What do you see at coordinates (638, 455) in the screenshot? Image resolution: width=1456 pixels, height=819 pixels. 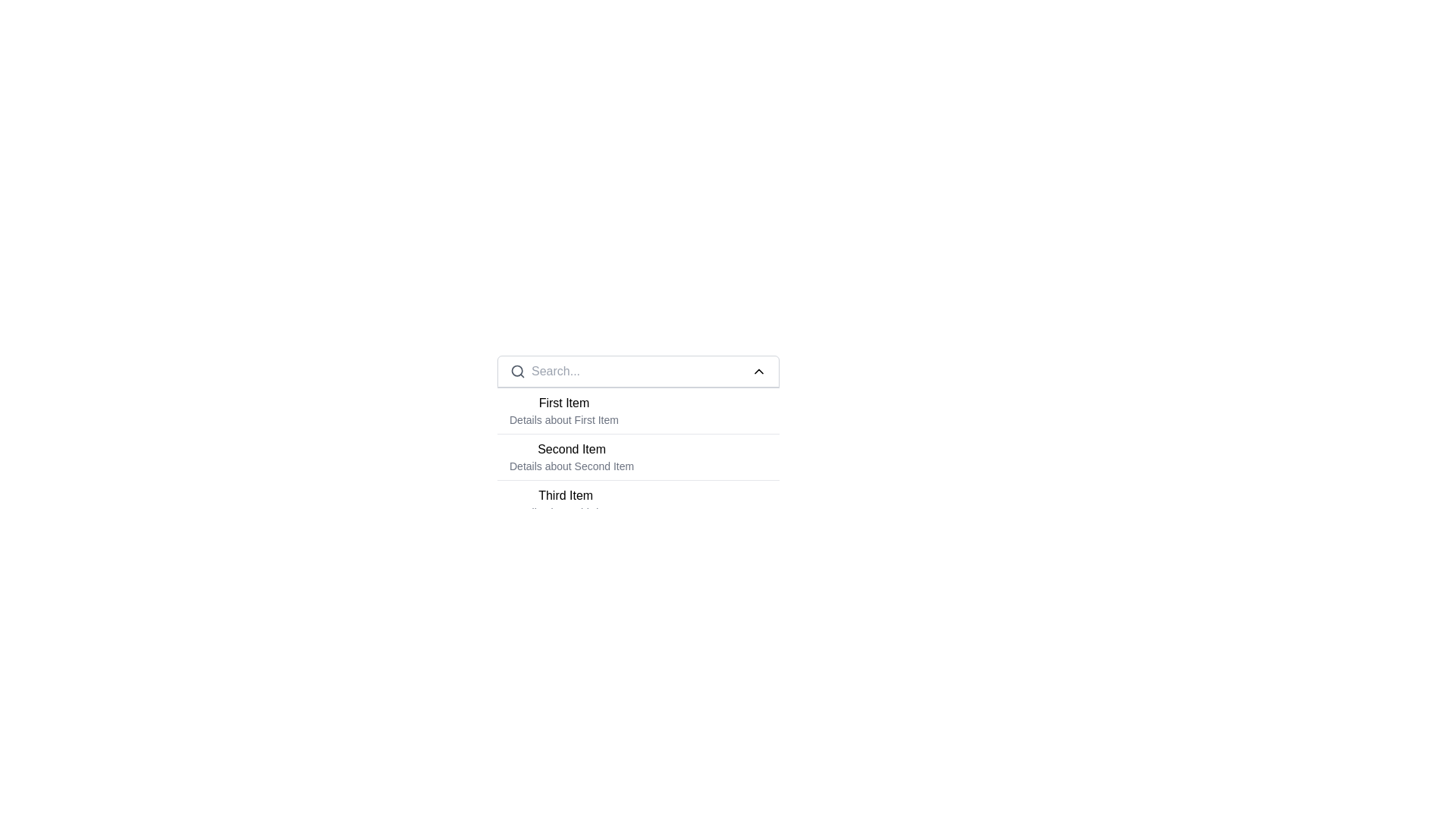 I see `the second item in the list that represents 'Second Item', which is positioned between 'First Item' and 'Third Item'` at bounding box center [638, 455].